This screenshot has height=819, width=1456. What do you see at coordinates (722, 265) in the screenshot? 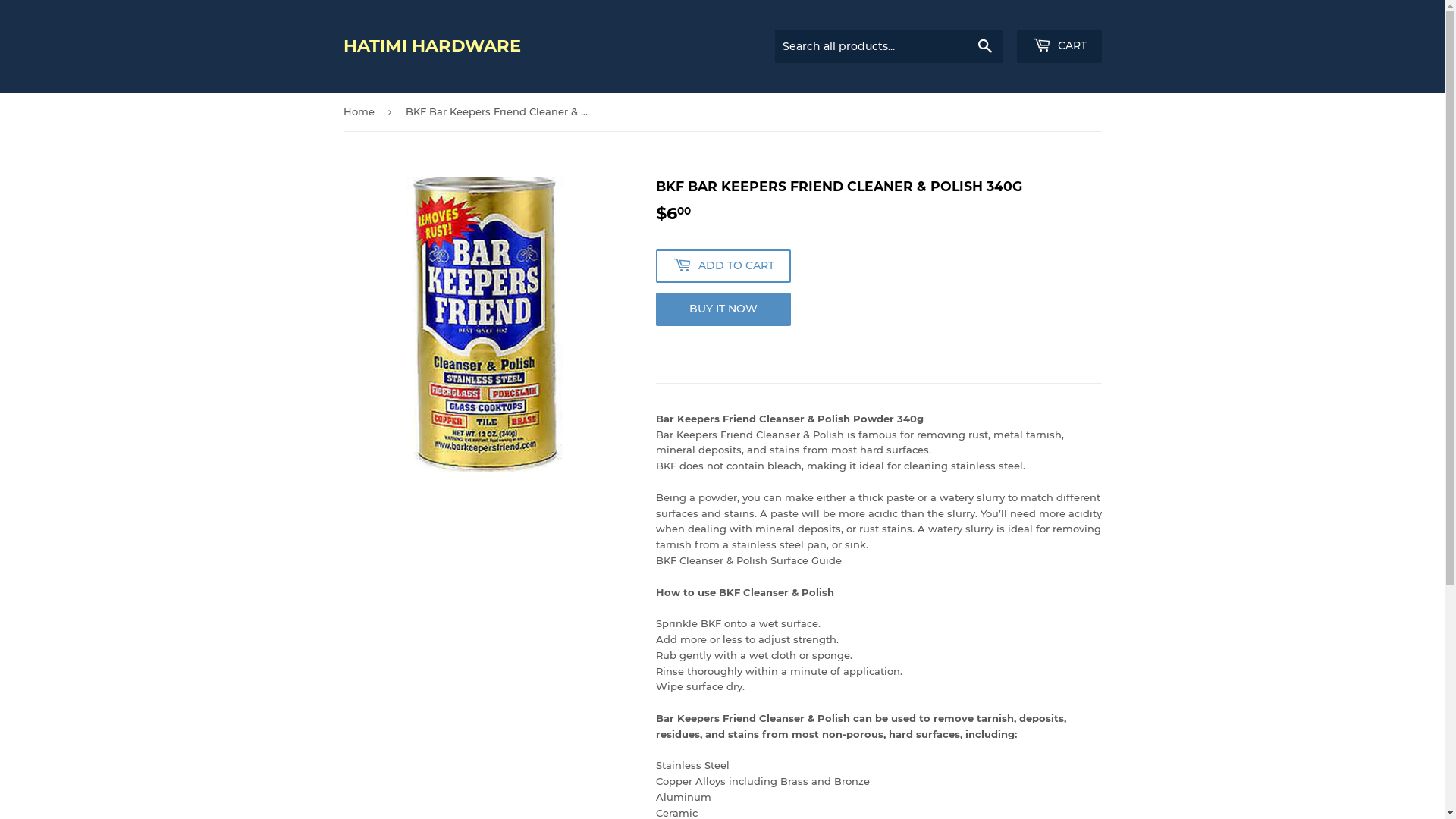
I see `'ADD TO CART'` at bounding box center [722, 265].